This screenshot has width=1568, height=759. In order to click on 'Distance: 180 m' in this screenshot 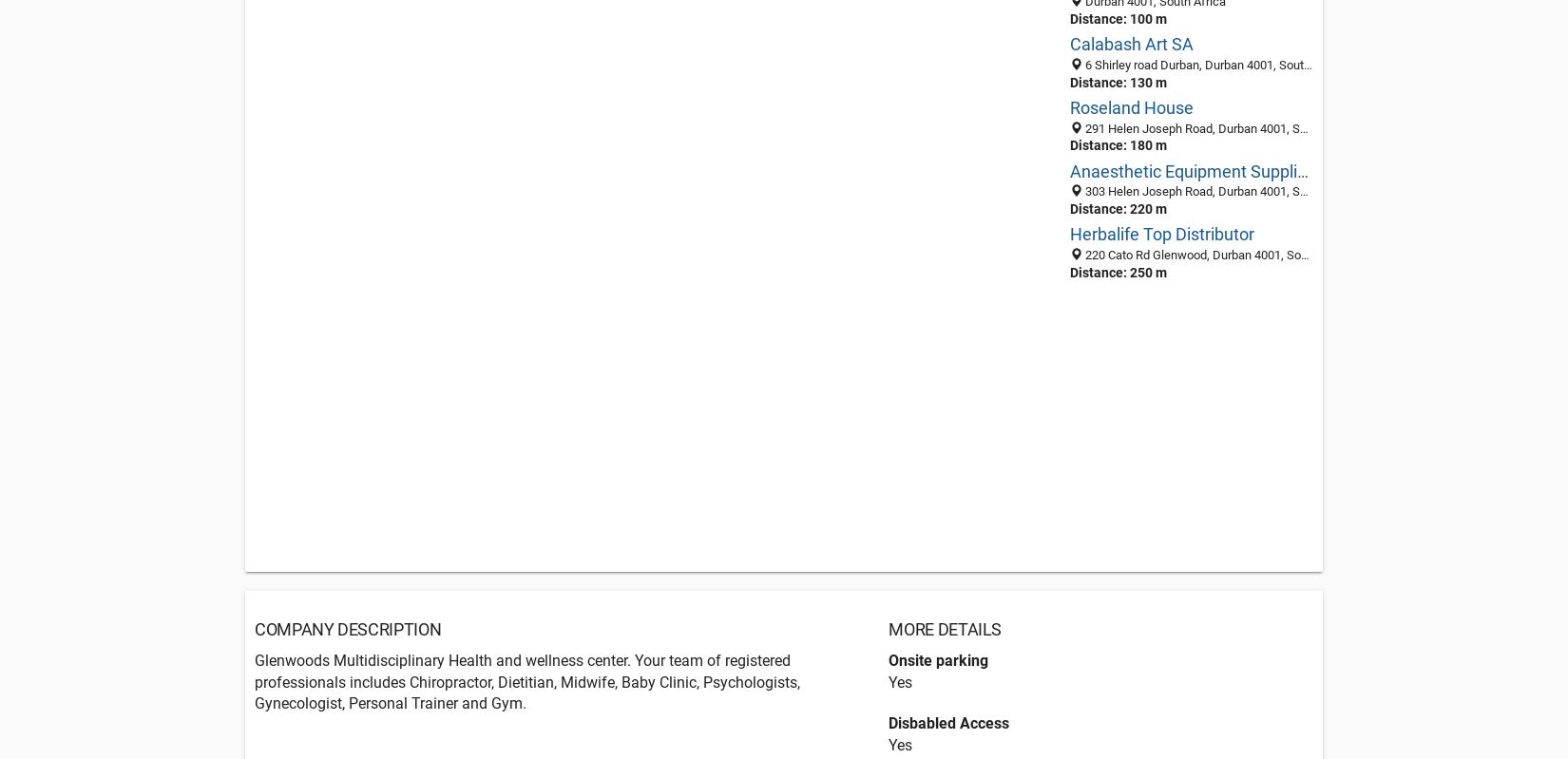, I will do `click(1117, 145)`.